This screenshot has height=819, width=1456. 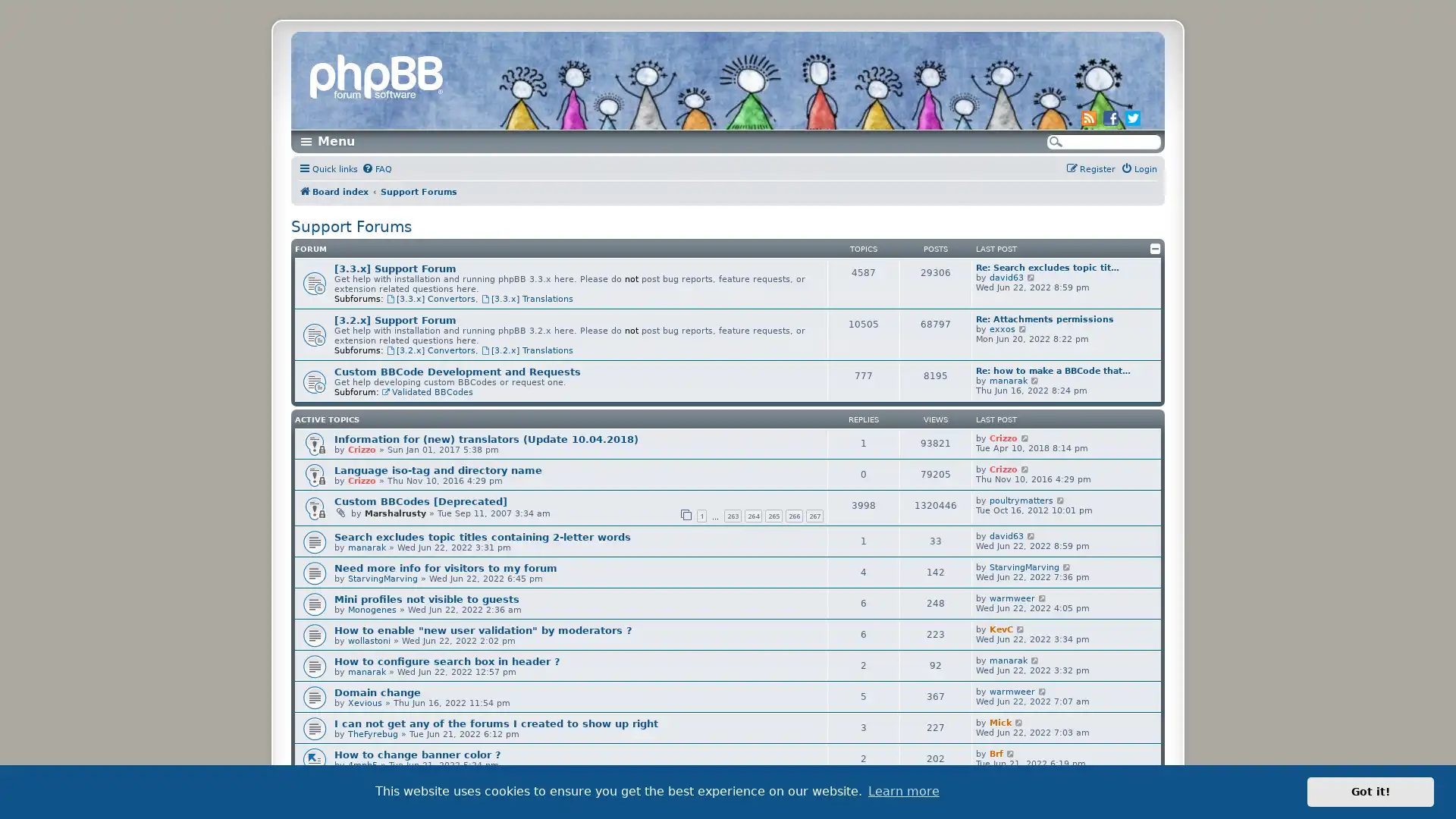 I want to click on dismiss cookie message, so click(x=1370, y=791).